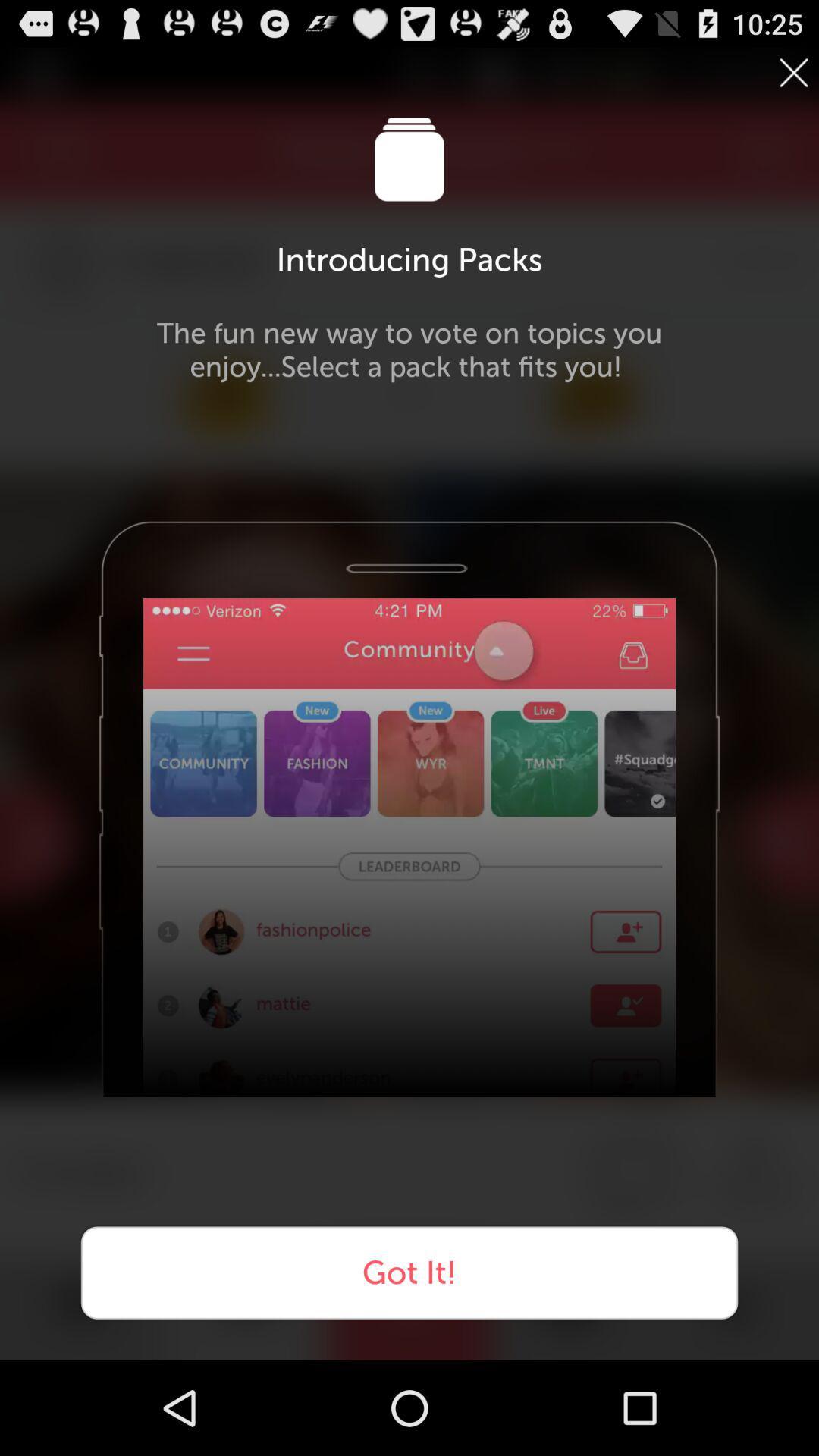 This screenshot has width=819, height=1456. I want to click on the close icon, so click(792, 77).